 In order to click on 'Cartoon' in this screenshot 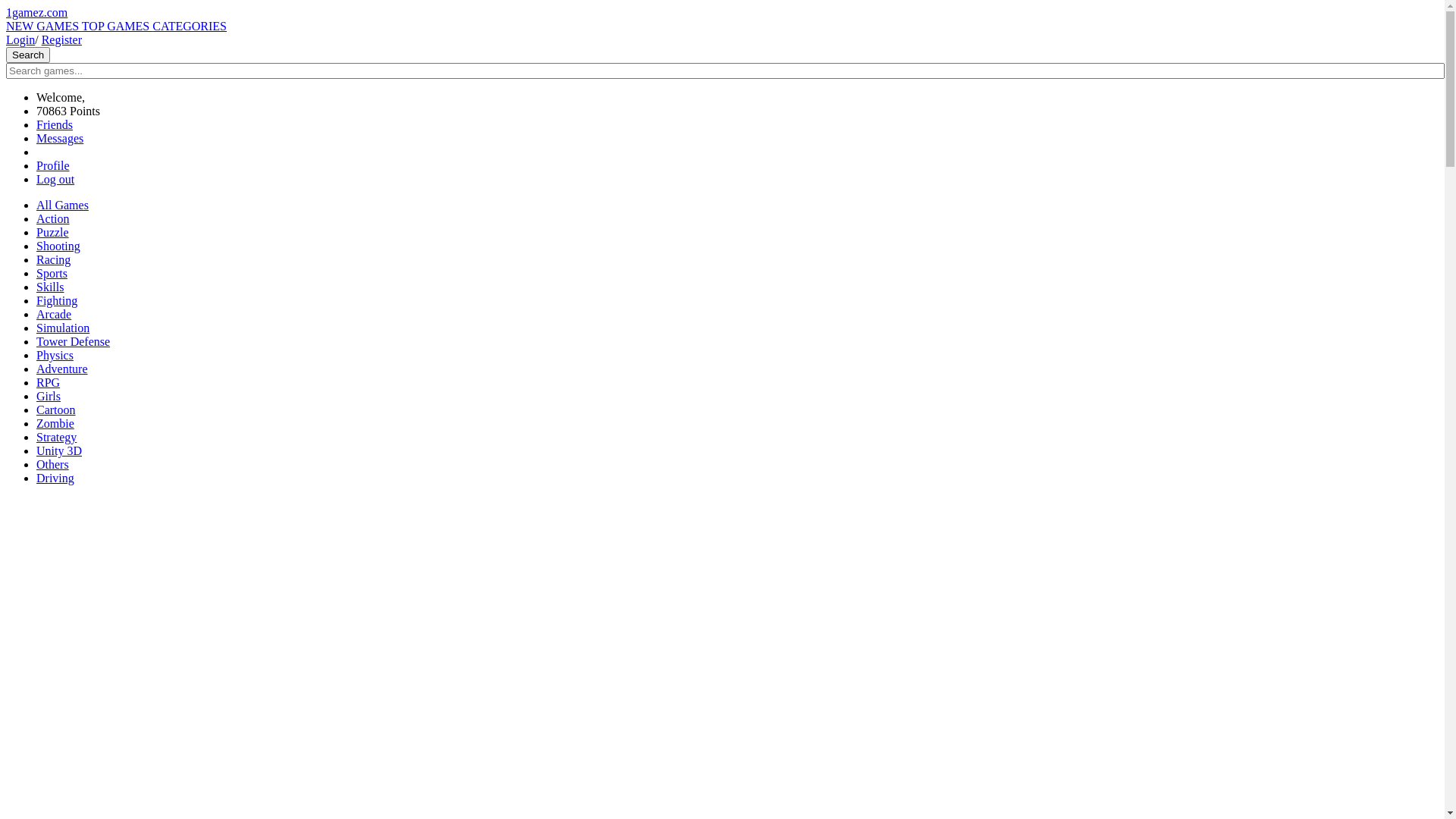, I will do `click(55, 409)`.